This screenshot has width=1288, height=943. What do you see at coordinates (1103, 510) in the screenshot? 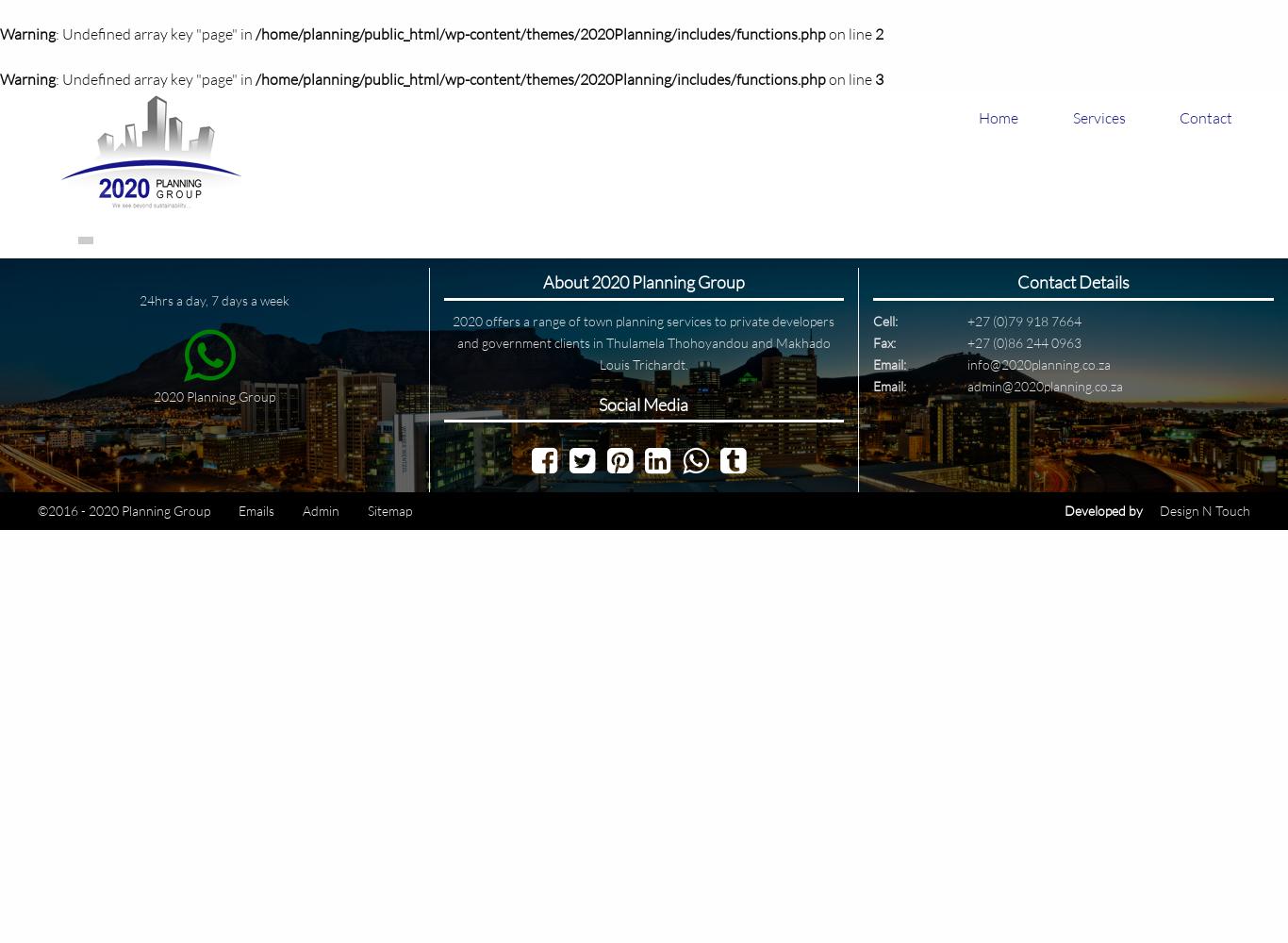
I see `'Developed by'` at bounding box center [1103, 510].